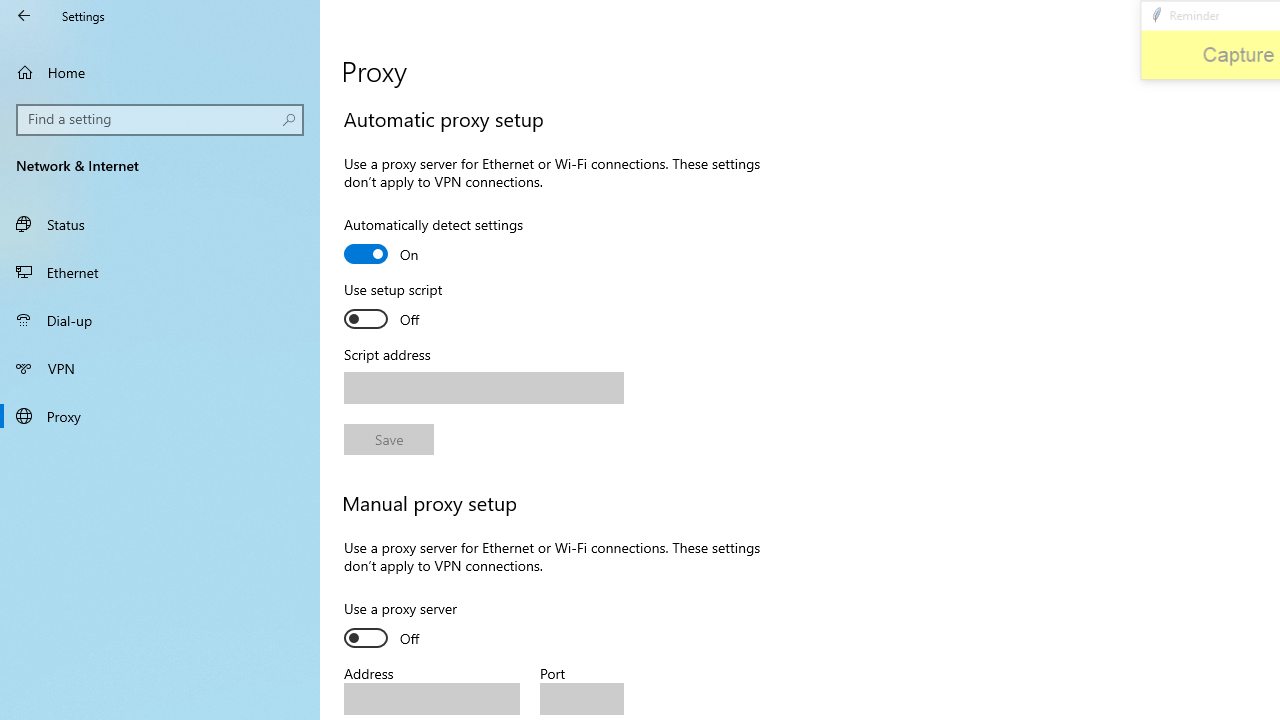  Describe the element at coordinates (160, 319) in the screenshot. I see `'Dial-up'` at that location.